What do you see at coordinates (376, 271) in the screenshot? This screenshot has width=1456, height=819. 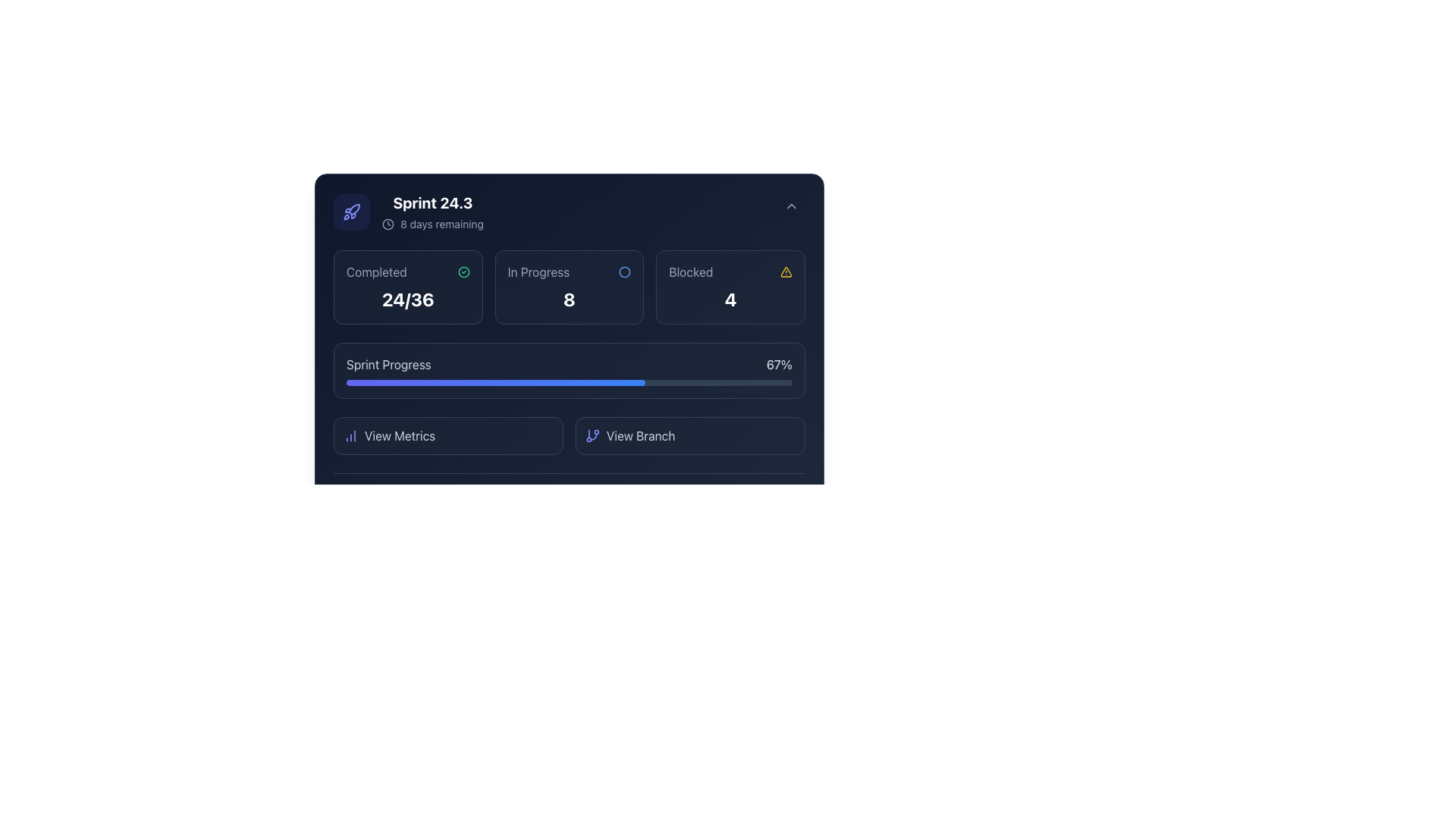 I see `the 'Completed' text label, which indicates the status category for the data presented below it on the stat card in the dashboard layout` at bounding box center [376, 271].